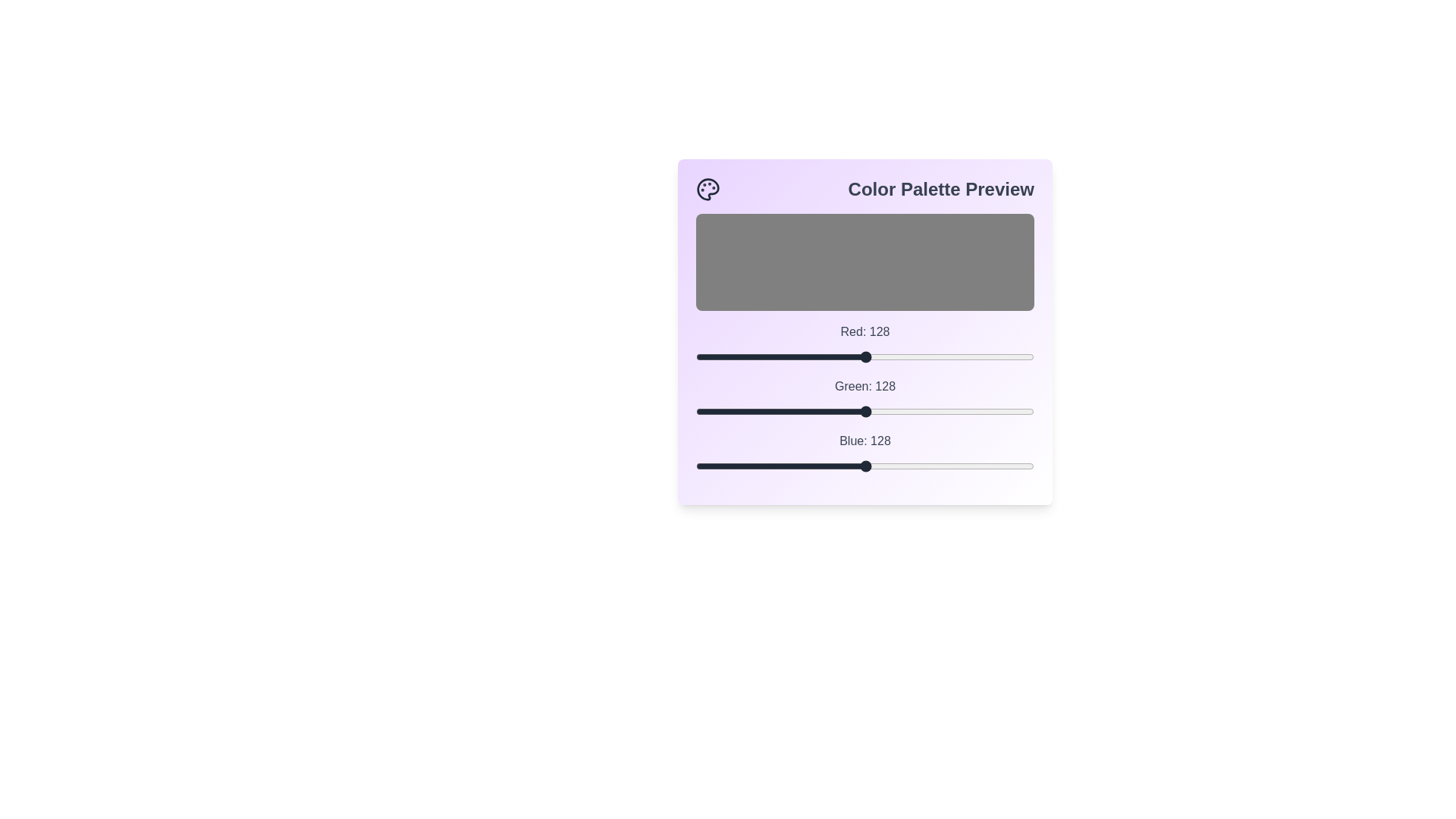 The image size is (1456, 819). I want to click on the red color intensity, so click(729, 356).